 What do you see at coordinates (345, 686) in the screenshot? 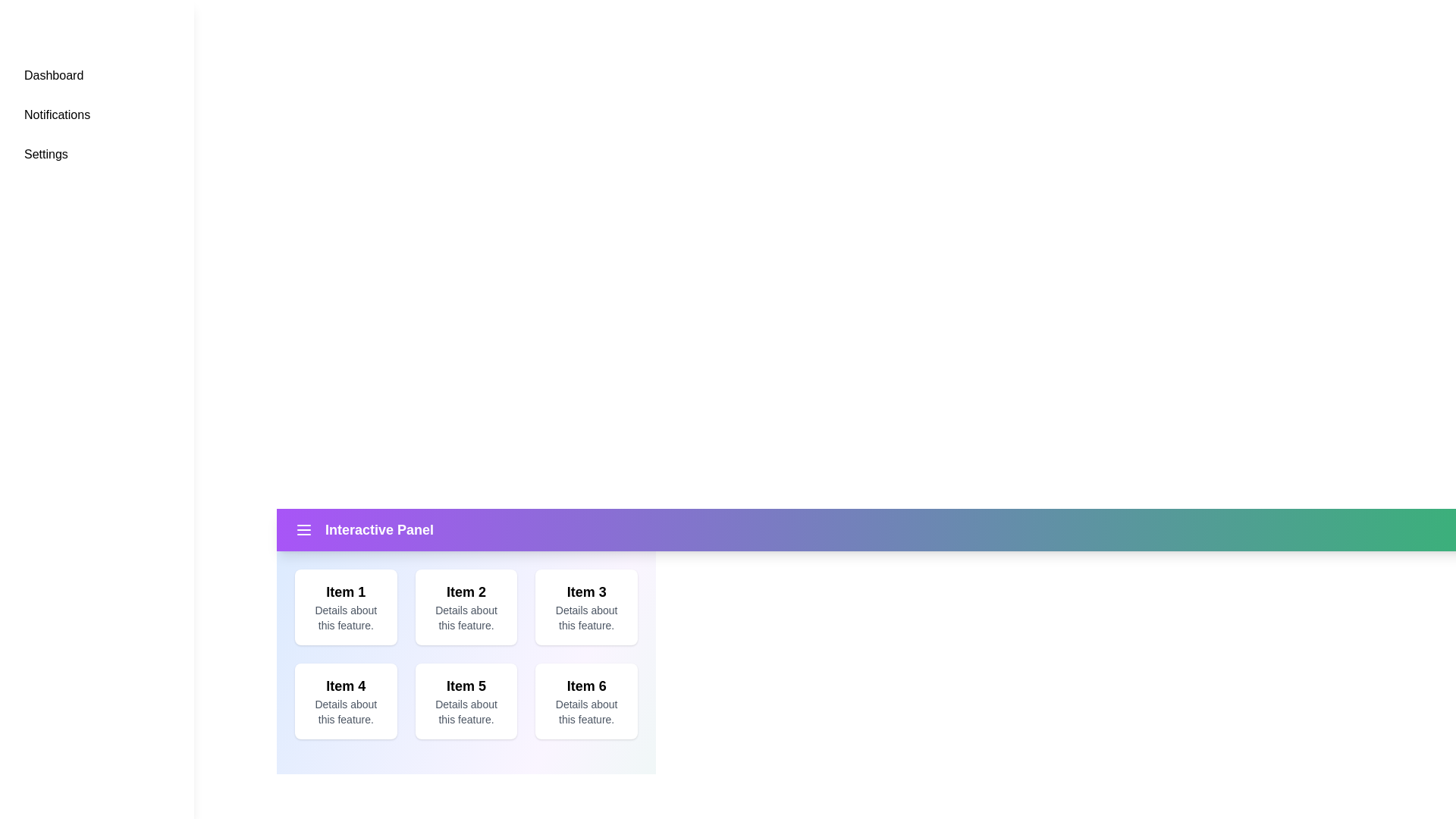
I see `the Text Label located in the second row and first column of the grid layout, which identifies the feature above the text 'Details about this feature.'` at bounding box center [345, 686].